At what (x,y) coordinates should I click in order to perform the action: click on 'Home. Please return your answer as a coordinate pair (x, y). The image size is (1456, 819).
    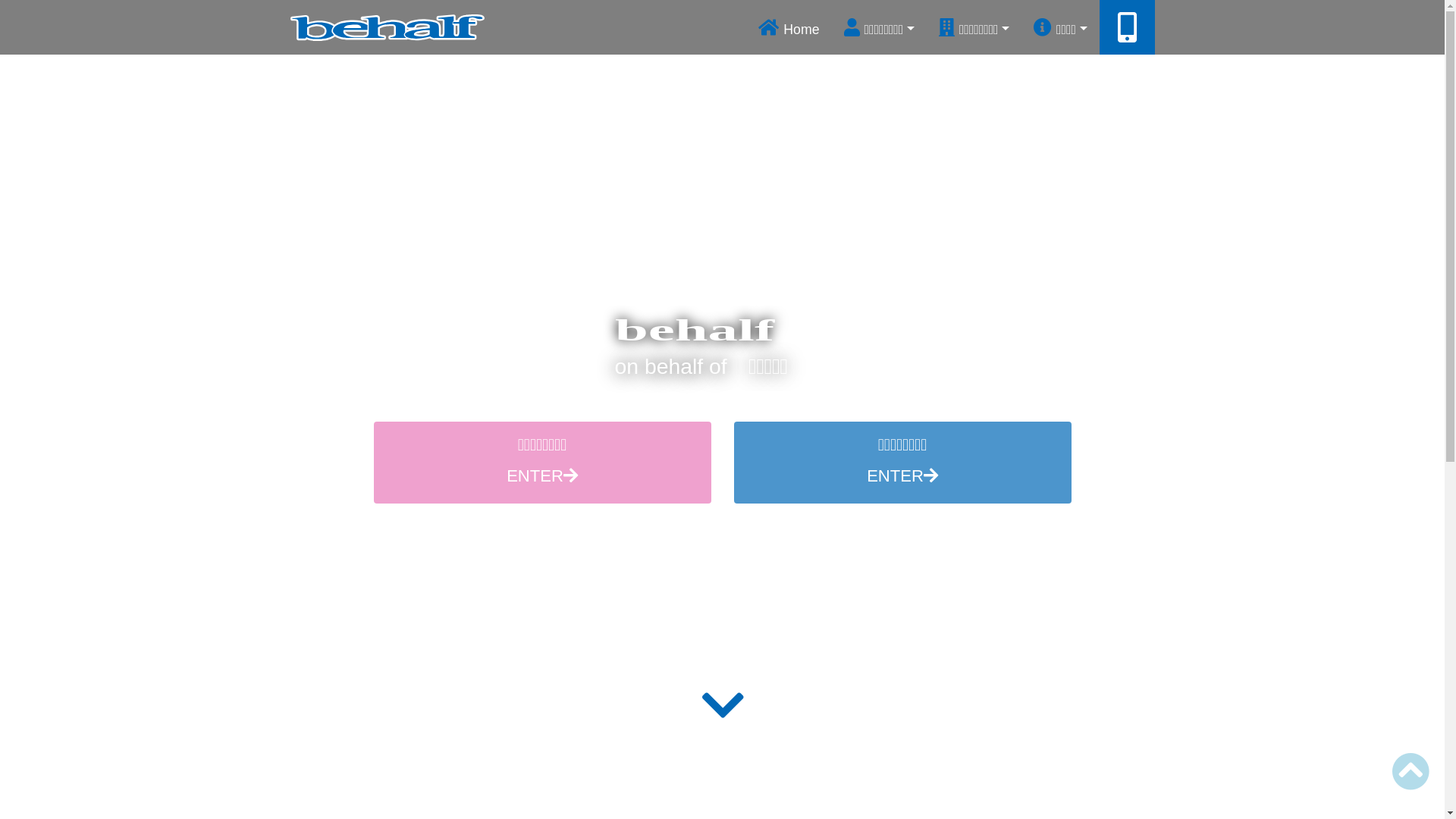
    Looking at the image, I should click on (789, 27).